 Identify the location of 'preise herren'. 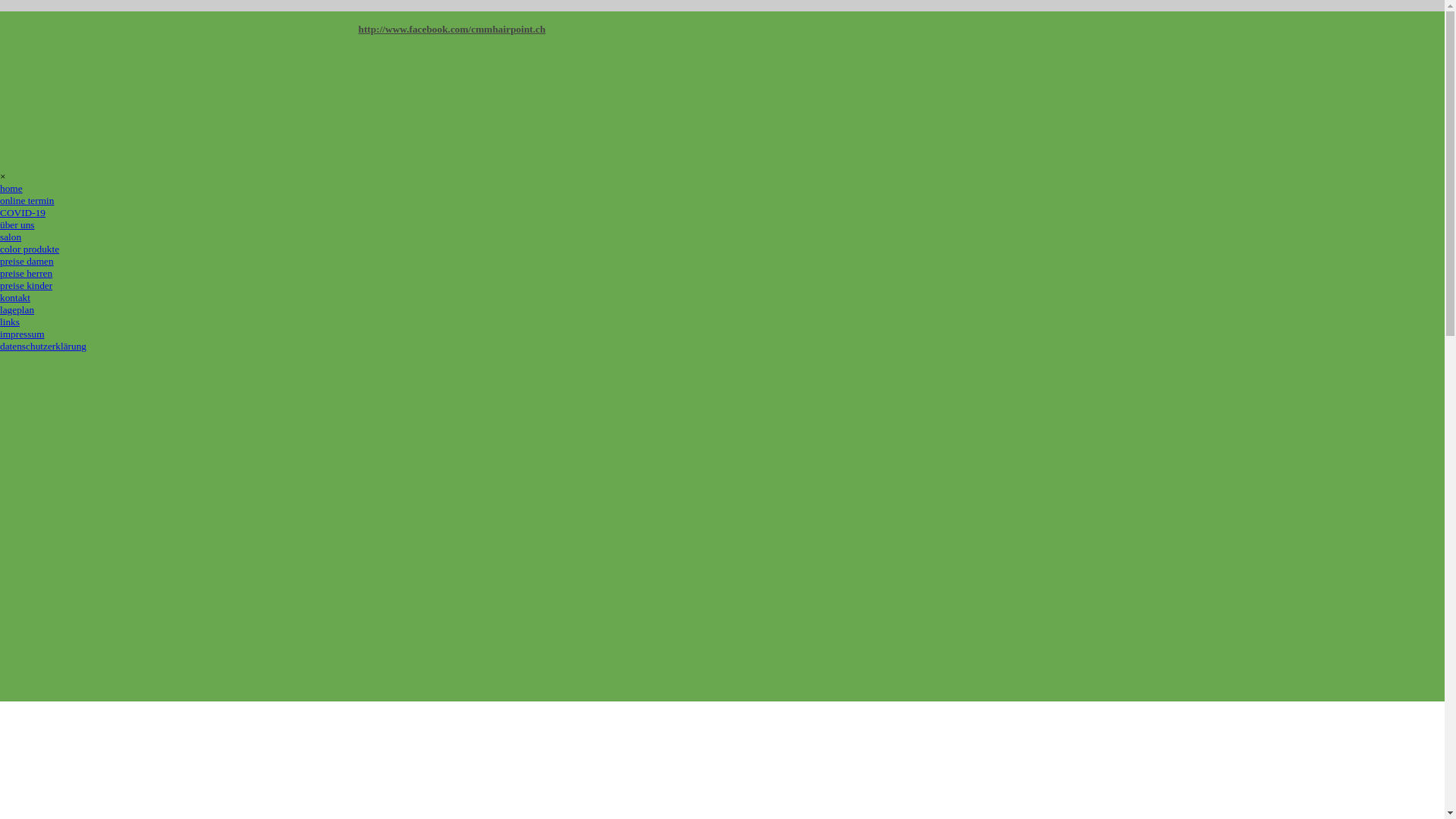
(0, 273).